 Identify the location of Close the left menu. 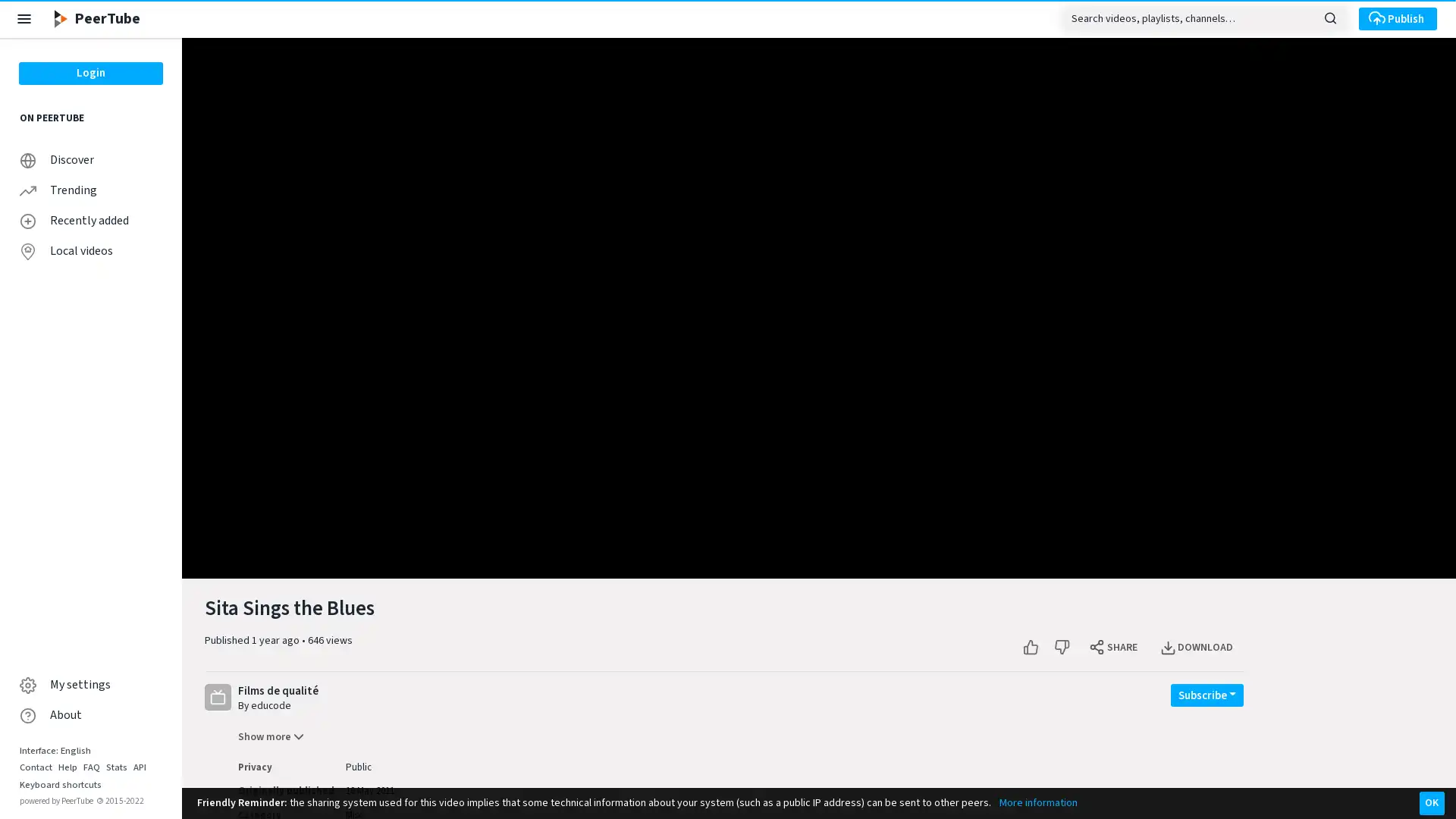
(24, 18).